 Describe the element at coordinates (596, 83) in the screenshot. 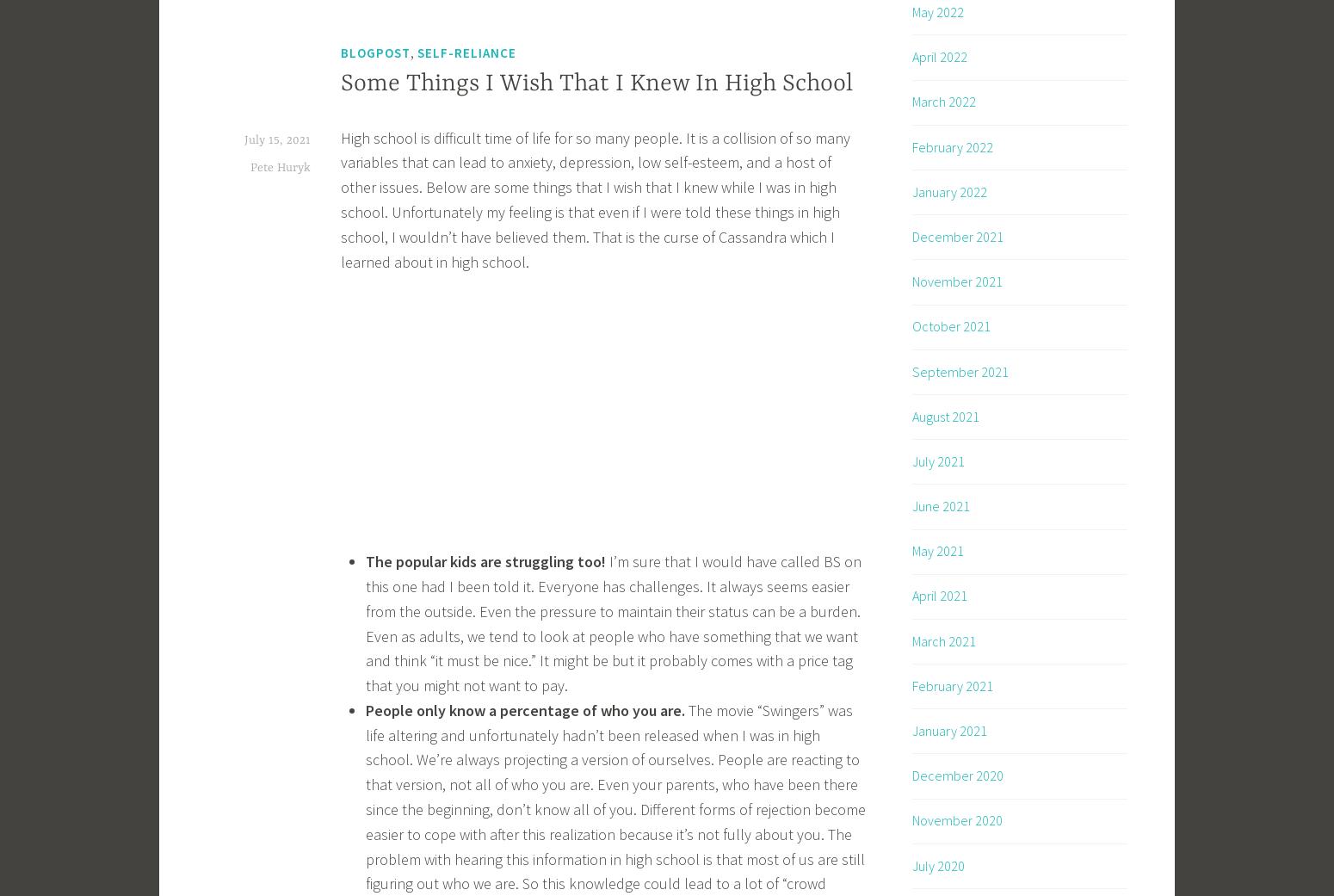

I see `'Some Things I Wish That I Knew In High School'` at that location.